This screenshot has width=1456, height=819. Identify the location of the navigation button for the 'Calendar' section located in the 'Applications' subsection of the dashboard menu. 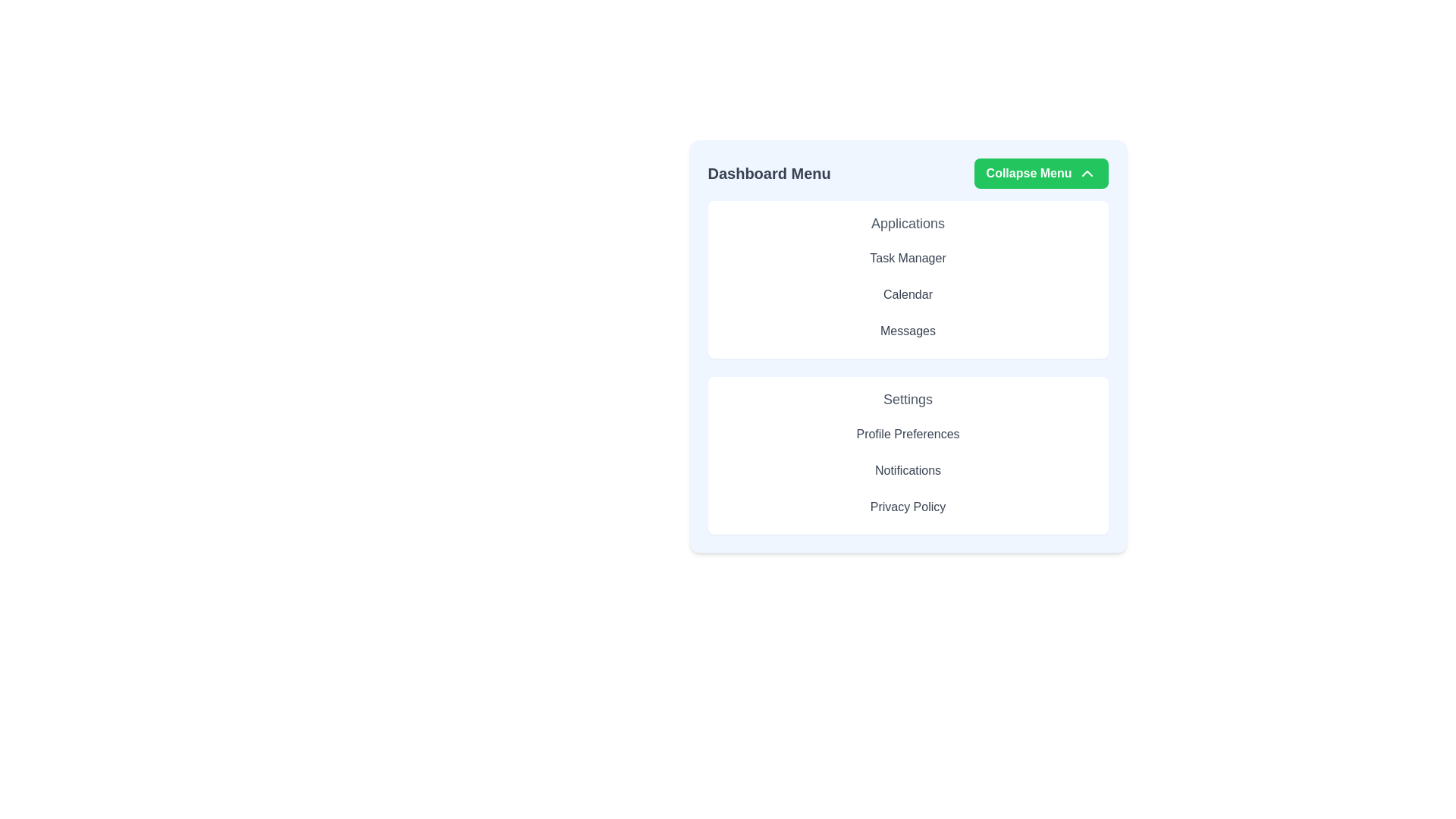
(908, 295).